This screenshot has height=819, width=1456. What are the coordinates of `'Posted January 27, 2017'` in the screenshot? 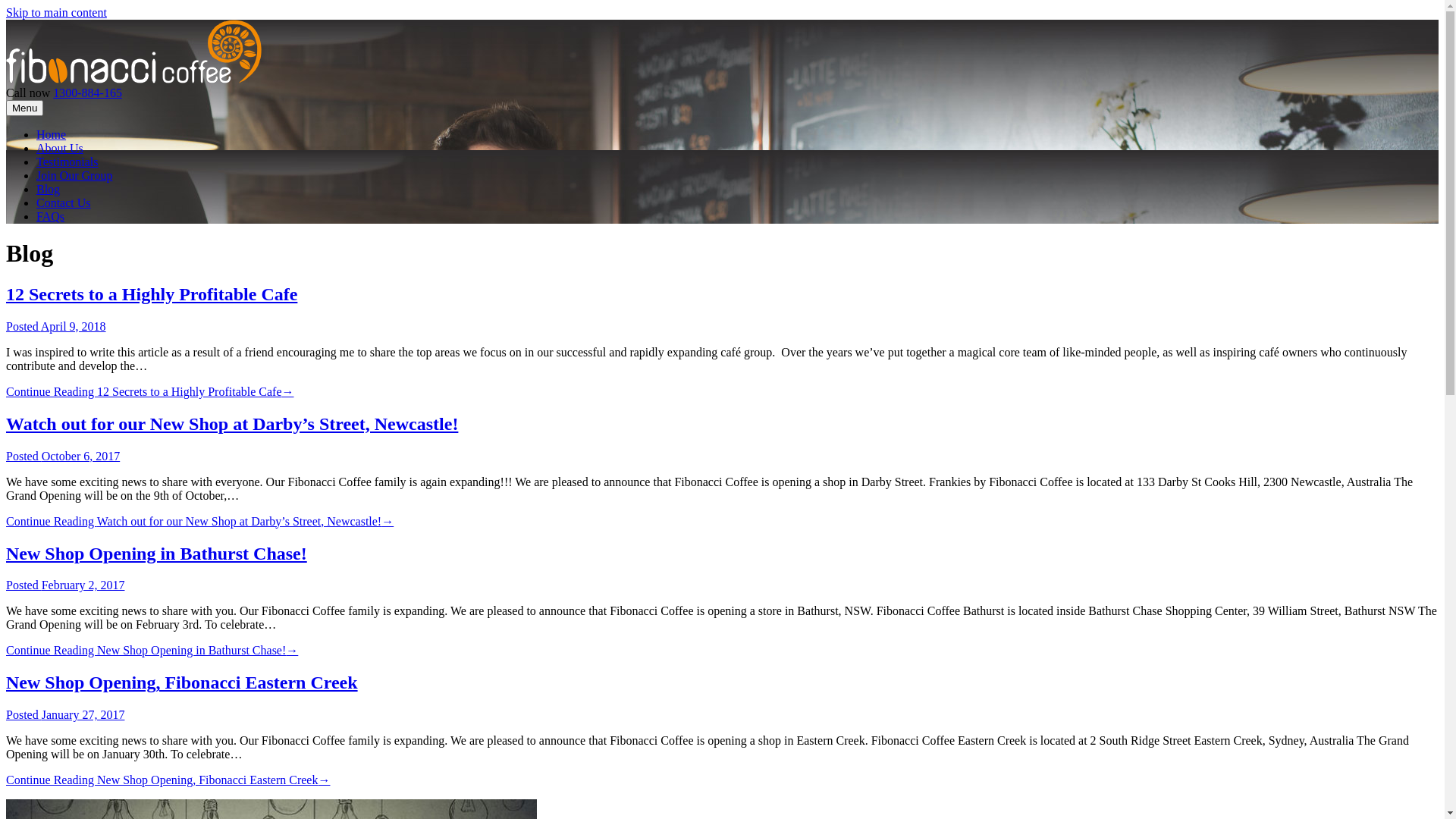 It's located at (6, 714).